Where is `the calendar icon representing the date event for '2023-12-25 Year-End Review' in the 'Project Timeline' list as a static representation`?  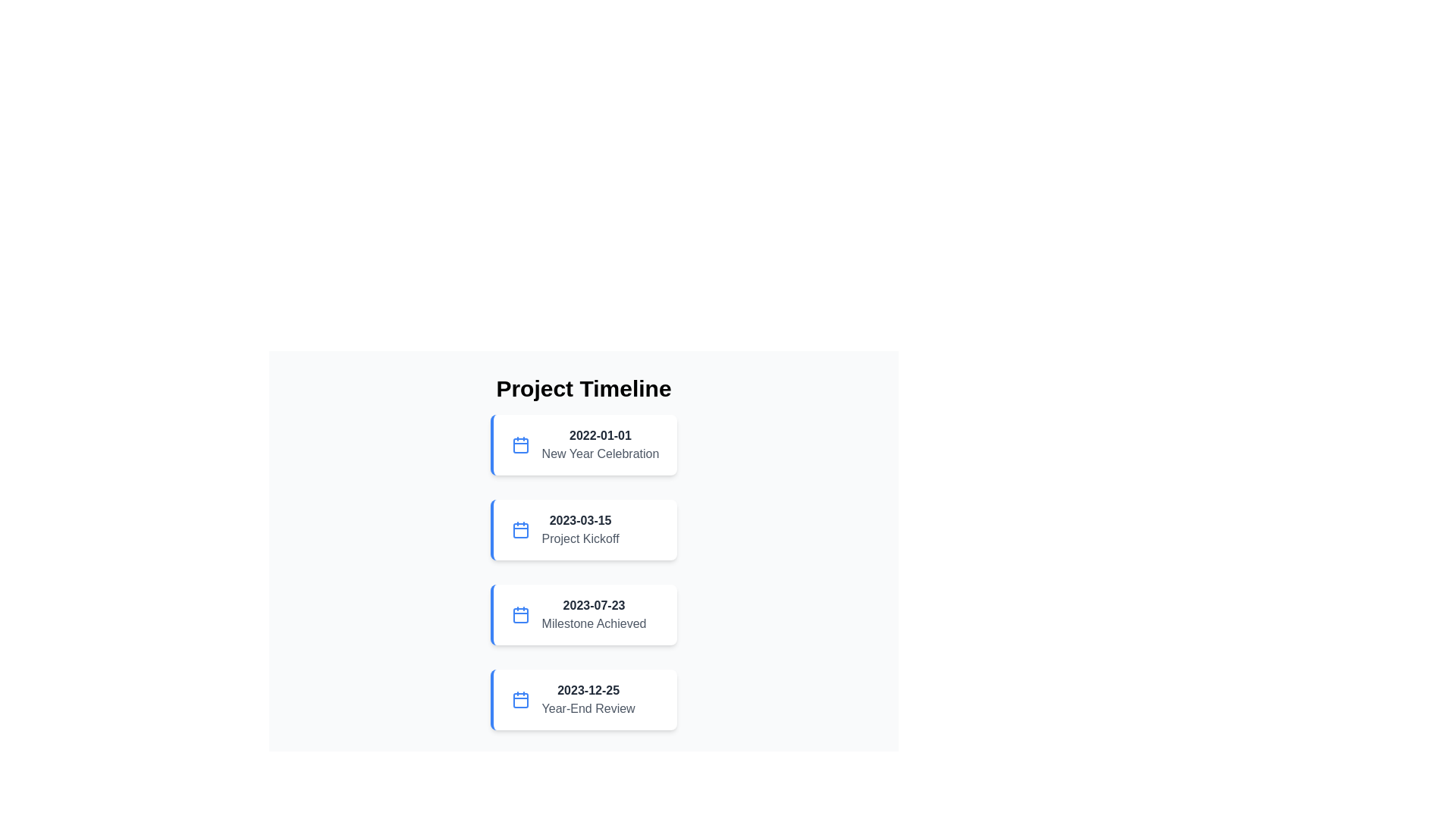 the calendar icon representing the date event for '2023-12-25 Year-End Review' in the 'Project Timeline' list as a static representation is located at coordinates (520, 699).